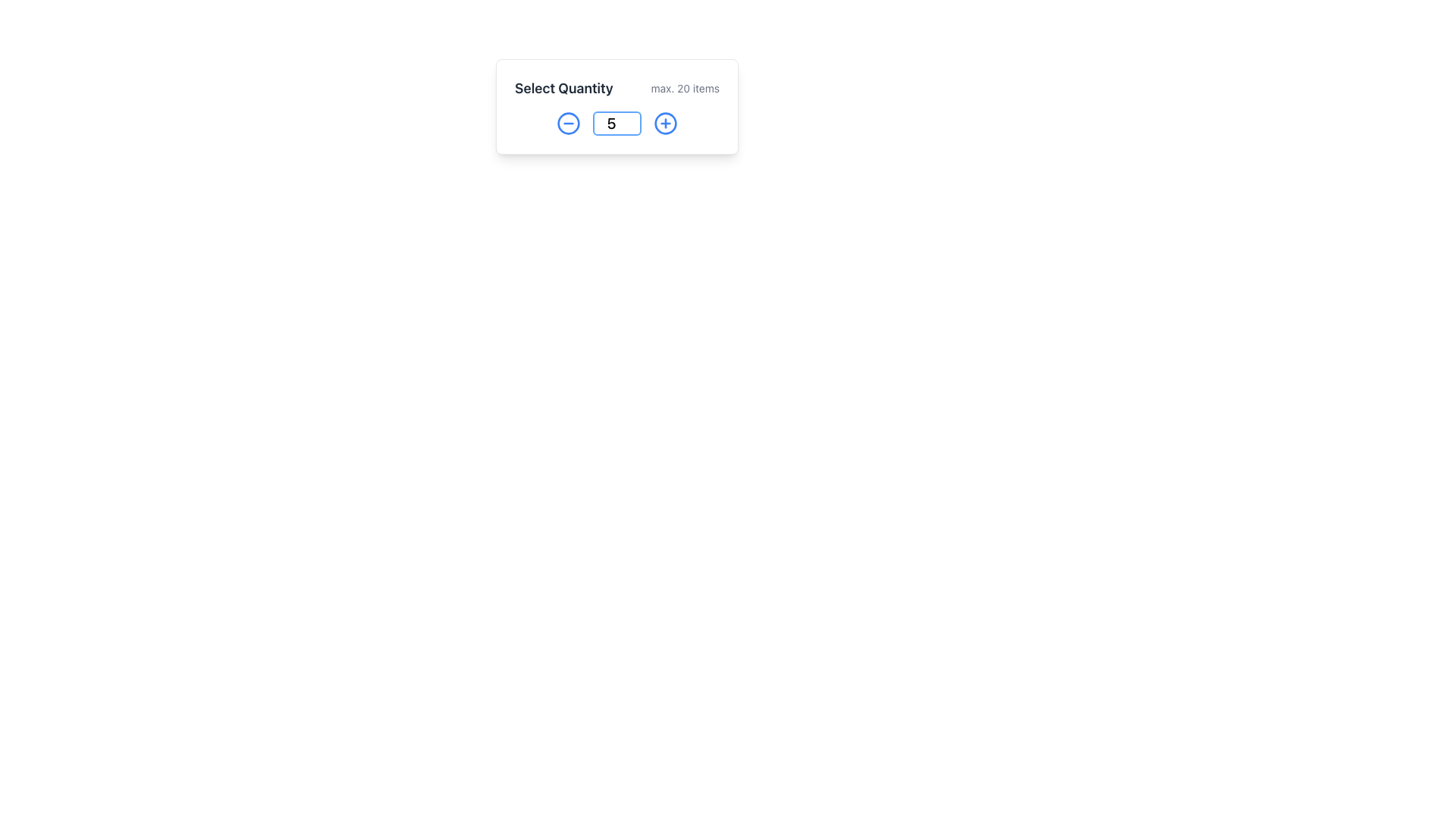  What do you see at coordinates (666, 122) in the screenshot?
I see `the circular button with a blue outline and centered plus sign located at the top center of the interface` at bounding box center [666, 122].